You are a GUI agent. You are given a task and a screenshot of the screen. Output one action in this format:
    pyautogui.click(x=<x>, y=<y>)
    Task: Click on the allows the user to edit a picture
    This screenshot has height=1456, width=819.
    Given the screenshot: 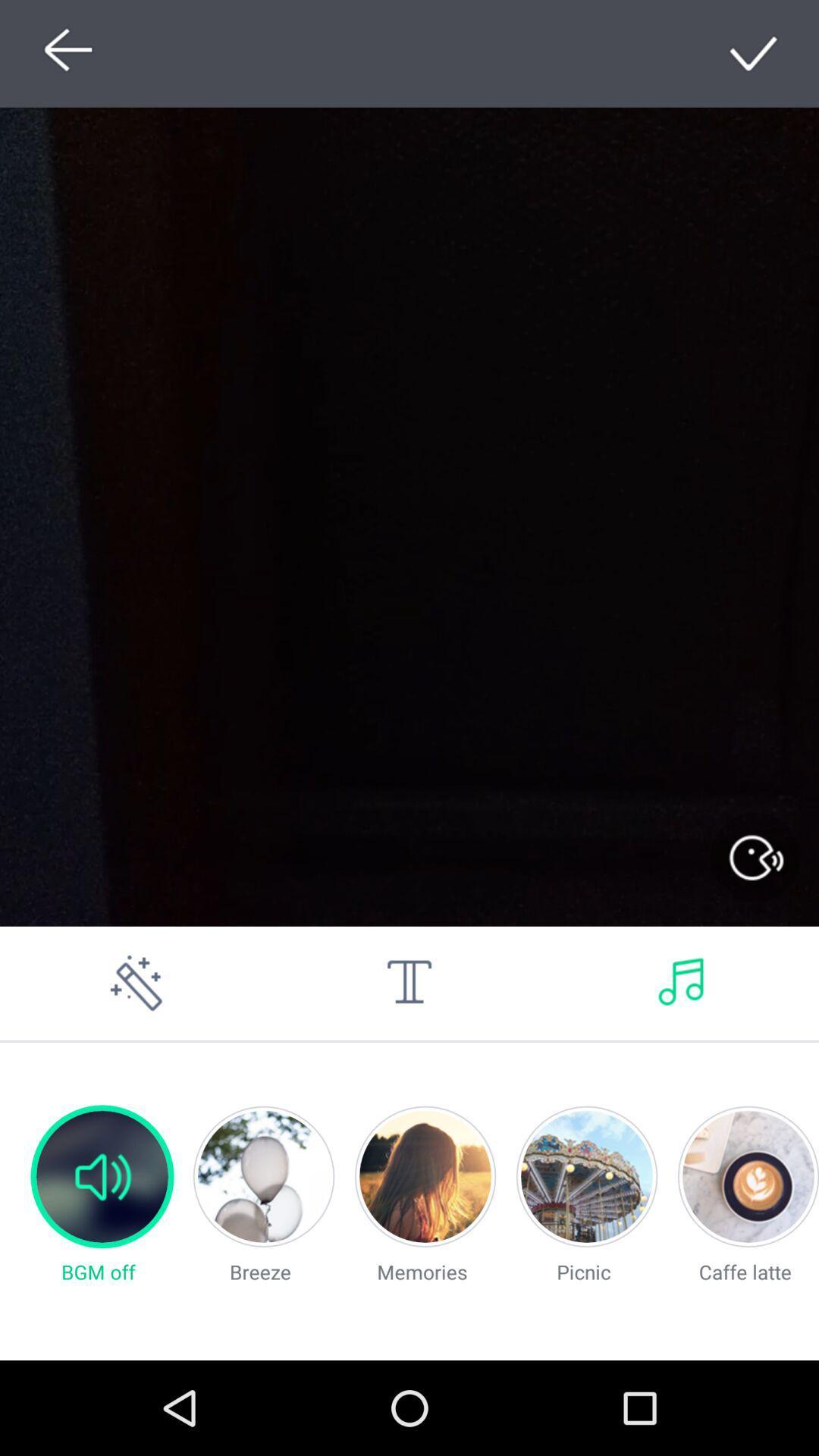 What is the action you would take?
    pyautogui.click(x=136, y=983)
    